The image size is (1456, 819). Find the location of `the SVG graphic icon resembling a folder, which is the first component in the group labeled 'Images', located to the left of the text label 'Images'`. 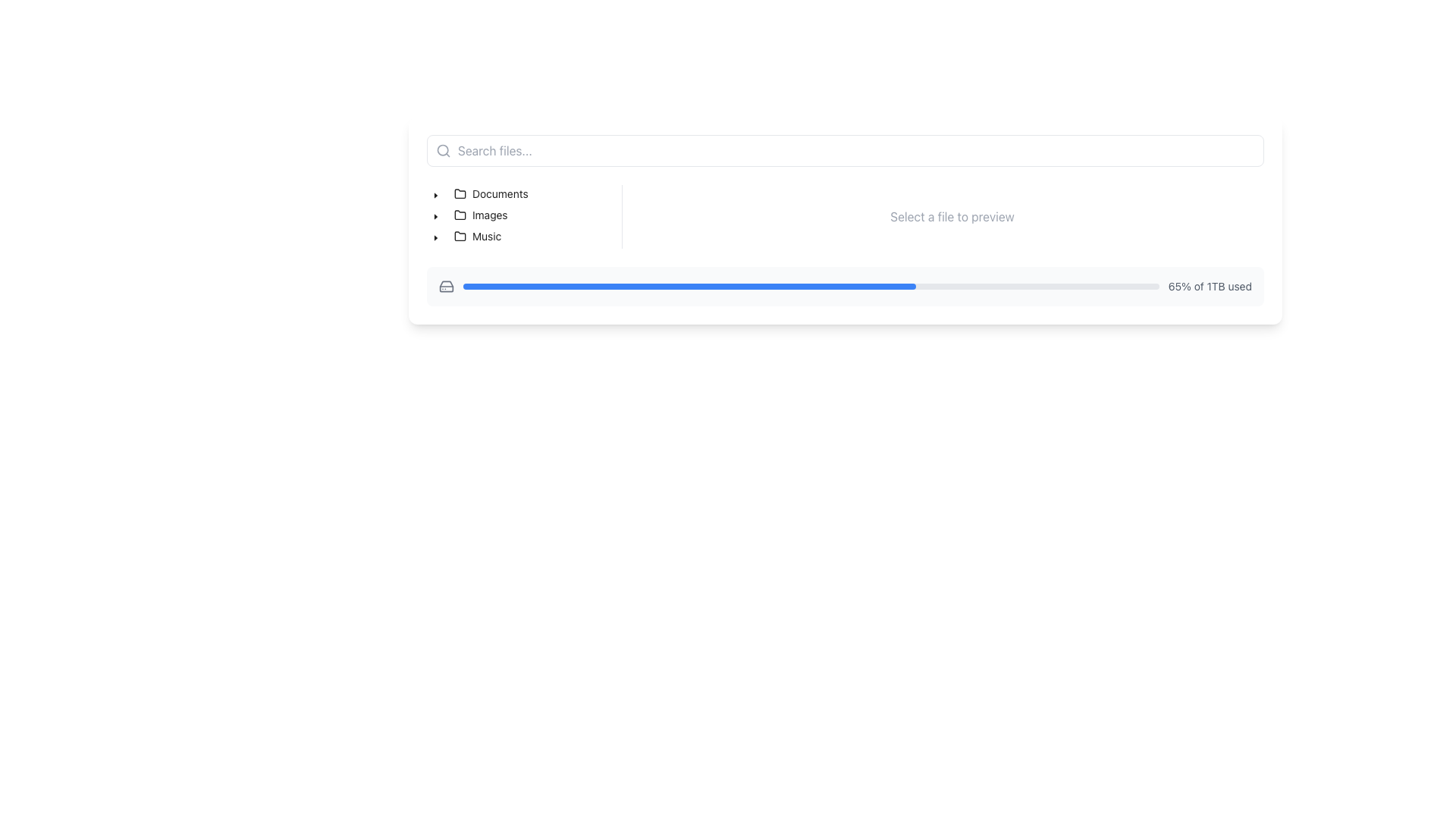

the SVG graphic icon resembling a folder, which is the first component in the group labeled 'Images', located to the left of the text label 'Images' is located at coordinates (459, 215).